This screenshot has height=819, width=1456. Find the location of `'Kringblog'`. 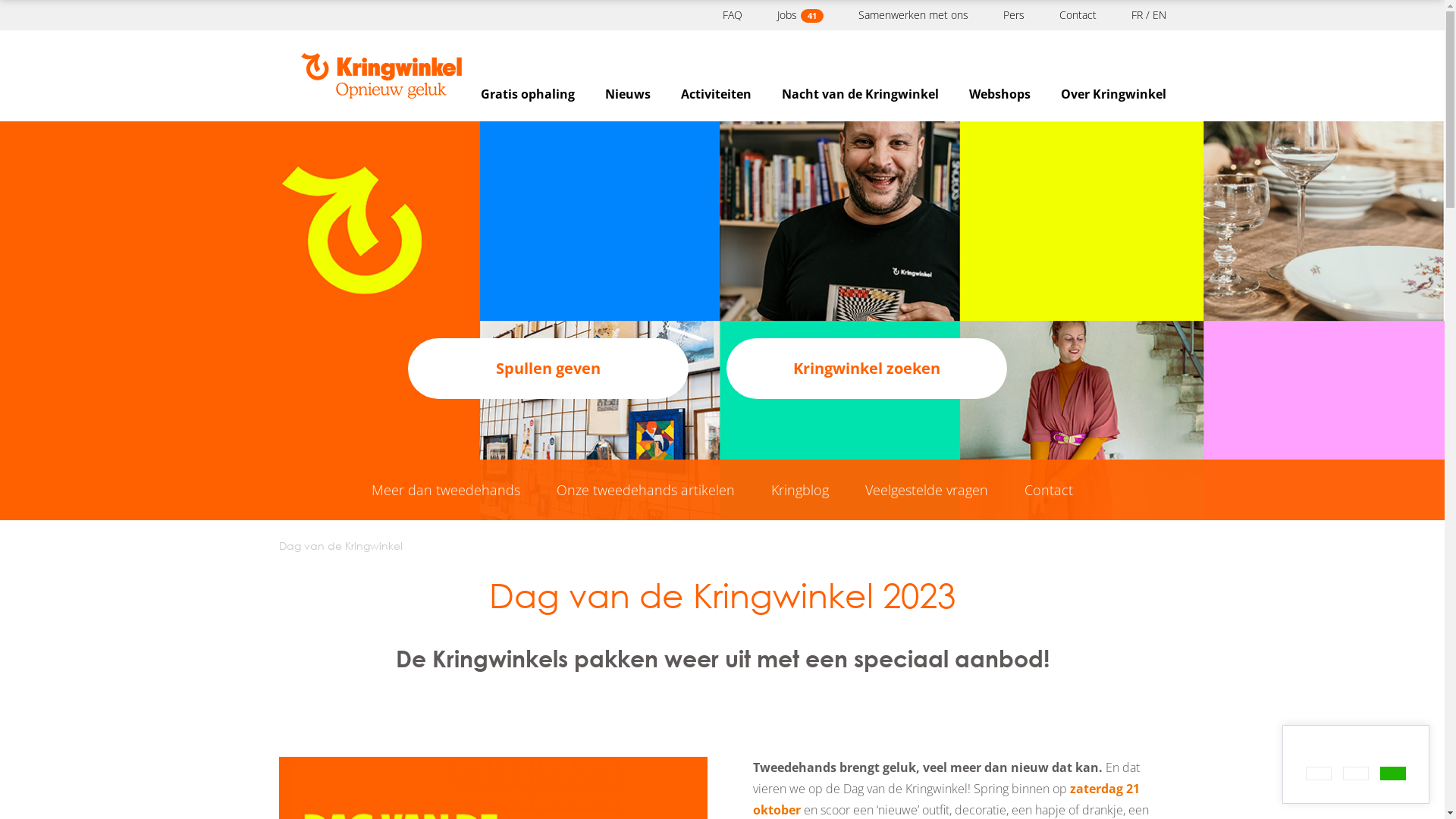

'Kringblog' is located at coordinates (799, 489).